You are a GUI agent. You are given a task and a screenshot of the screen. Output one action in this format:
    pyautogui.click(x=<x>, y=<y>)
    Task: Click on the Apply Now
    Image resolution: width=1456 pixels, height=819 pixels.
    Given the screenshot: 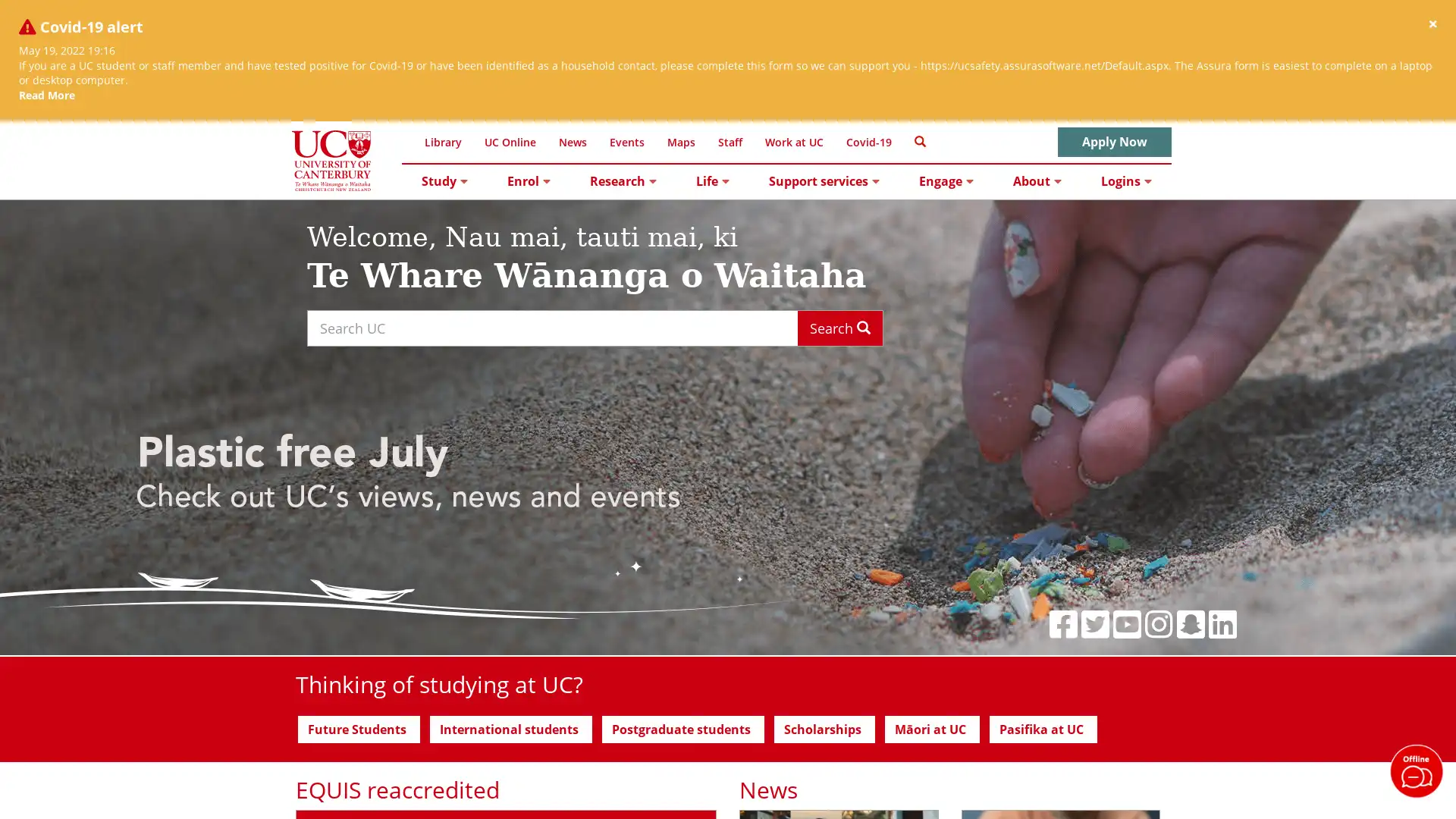 What is the action you would take?
    pyautogui.click(x=1114, y=142)
    